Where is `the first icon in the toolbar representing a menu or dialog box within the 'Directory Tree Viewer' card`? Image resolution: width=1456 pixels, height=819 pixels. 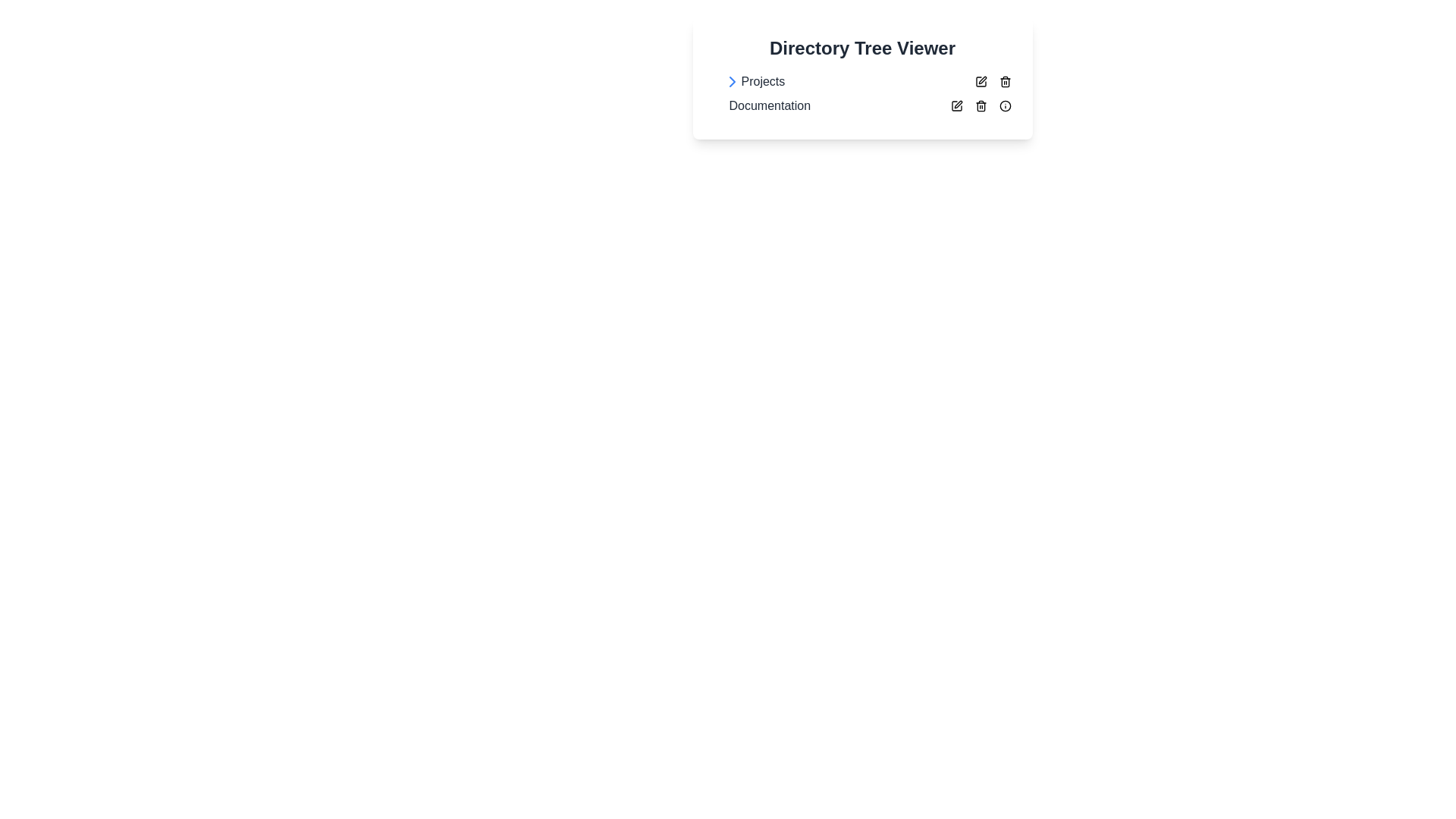
the first icon in the toolbar representing a menu or dialog box within the 'Directory Tree Viewer' card is located at coordinates (955, 105).